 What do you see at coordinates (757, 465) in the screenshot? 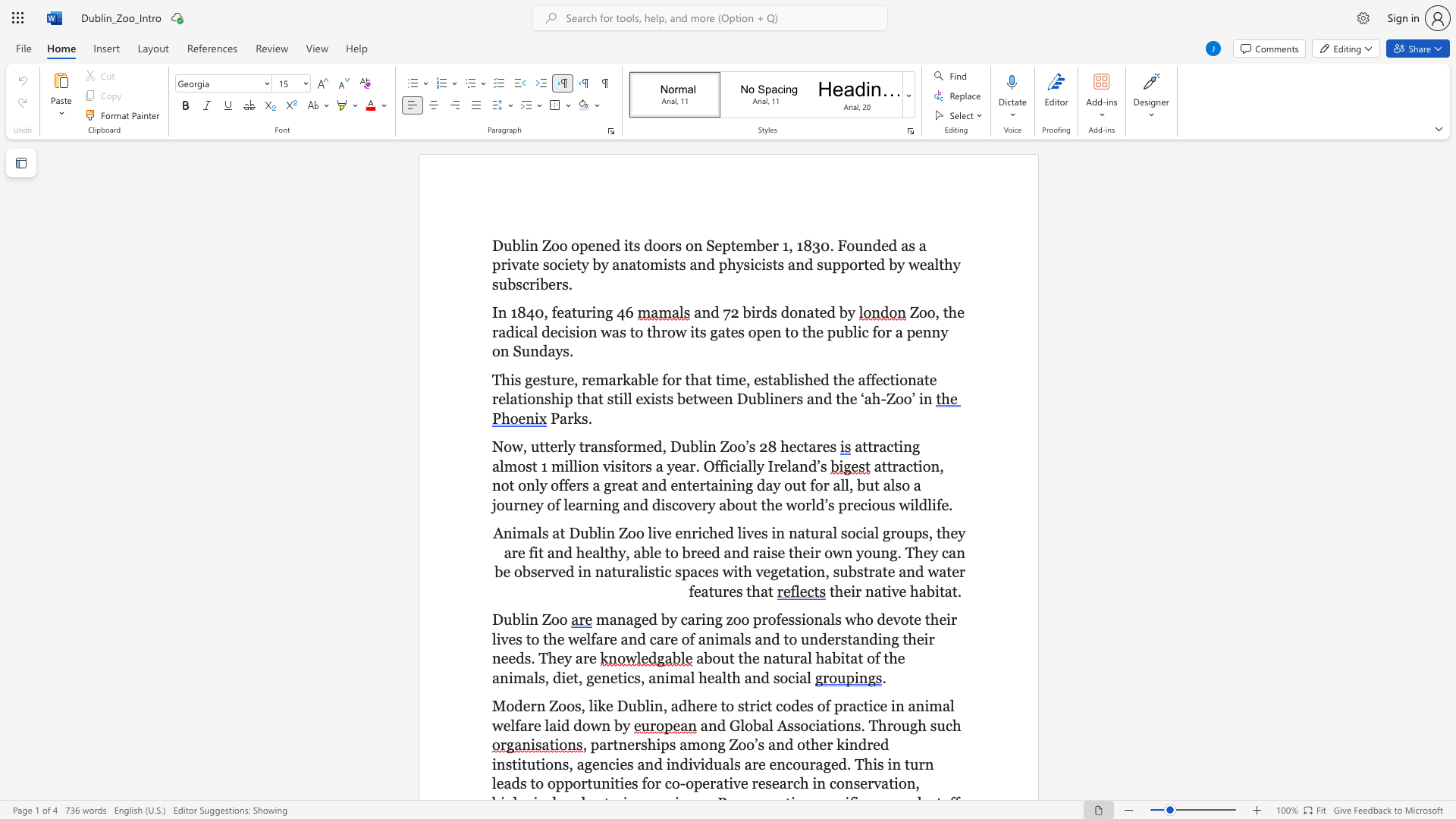
I see `the subset text "y I" within the text "attracting almost 1 million visitors a year. Officially Ireland’s"` at bounding box center [757, 465].